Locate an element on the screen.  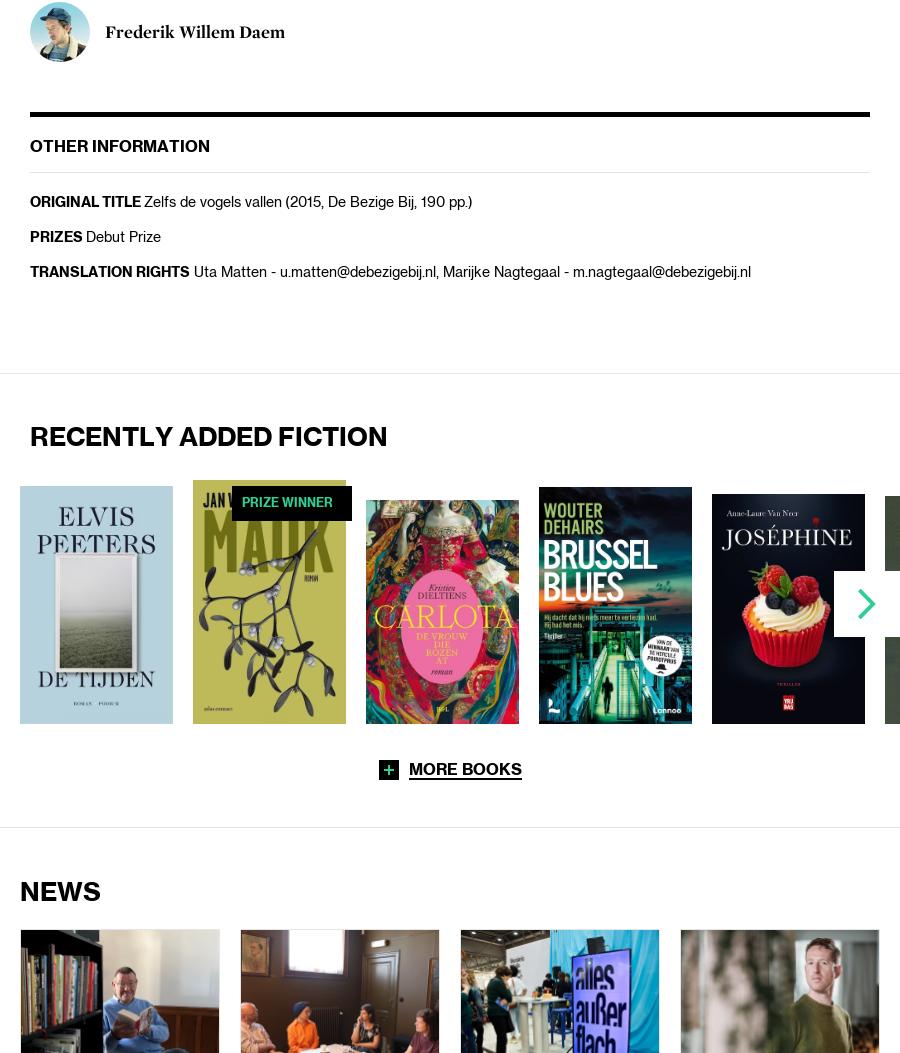
'Debut Prize' is located at coordinates (123, 237).